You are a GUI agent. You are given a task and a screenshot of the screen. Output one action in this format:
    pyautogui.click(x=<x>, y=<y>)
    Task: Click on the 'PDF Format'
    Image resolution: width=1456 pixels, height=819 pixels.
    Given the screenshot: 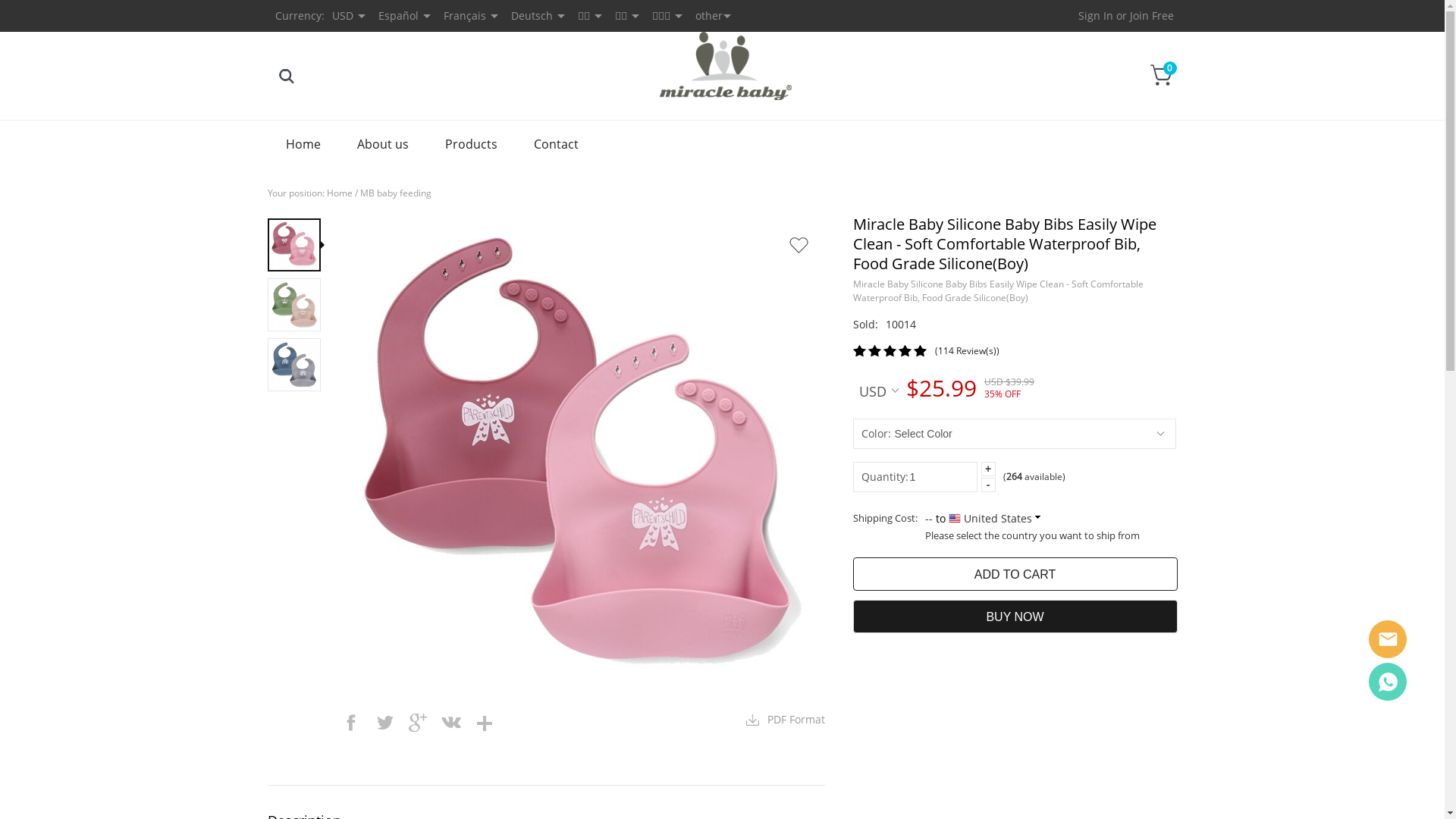 What is the action you would take?
    pyautogui.click(x=786, y=718)
    